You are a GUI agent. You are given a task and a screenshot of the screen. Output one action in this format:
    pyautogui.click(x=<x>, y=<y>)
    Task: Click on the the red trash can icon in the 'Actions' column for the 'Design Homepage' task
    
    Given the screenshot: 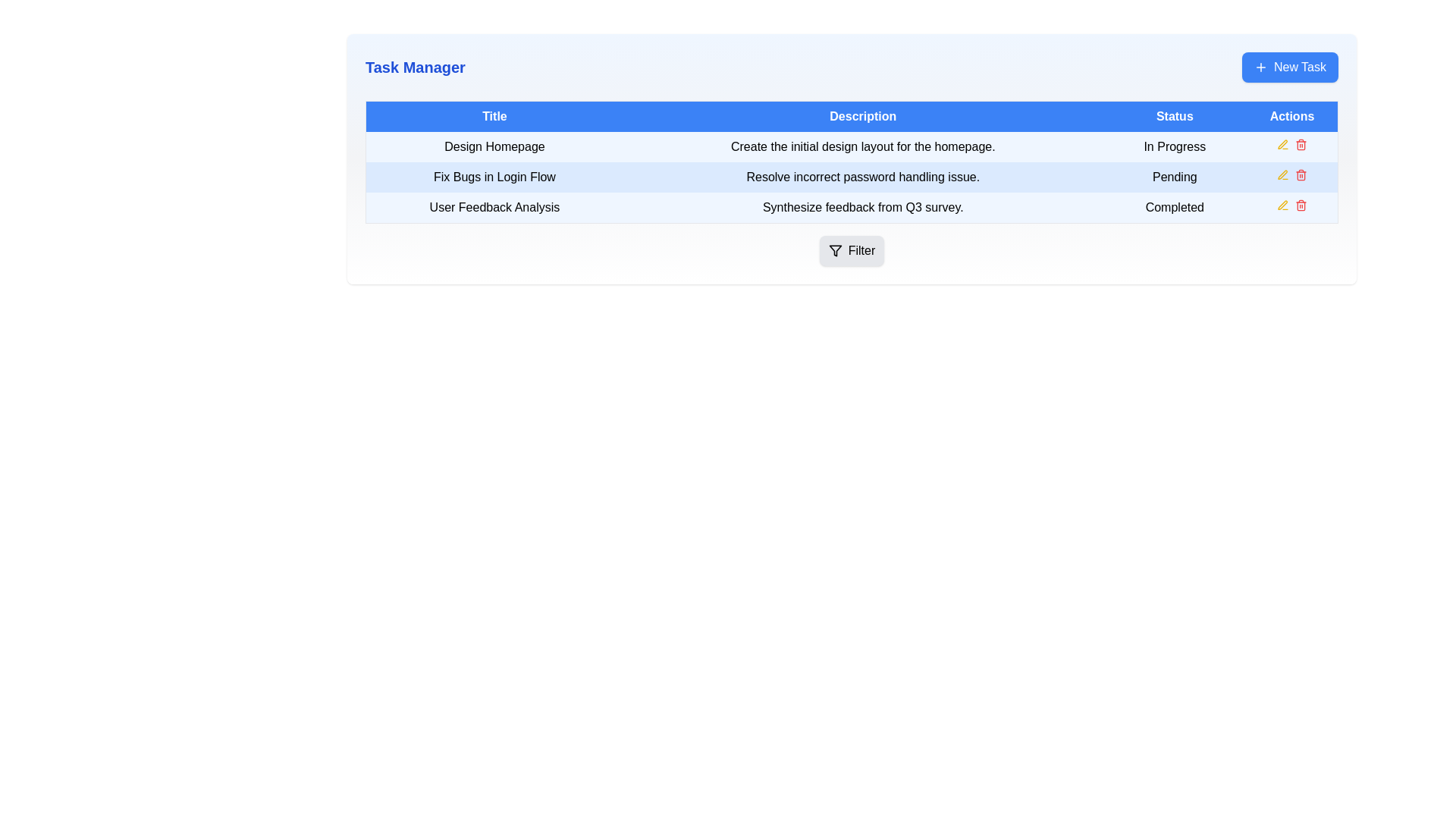 What is the action you would take?
    pyautogui.click(x=1300, y=145)
    